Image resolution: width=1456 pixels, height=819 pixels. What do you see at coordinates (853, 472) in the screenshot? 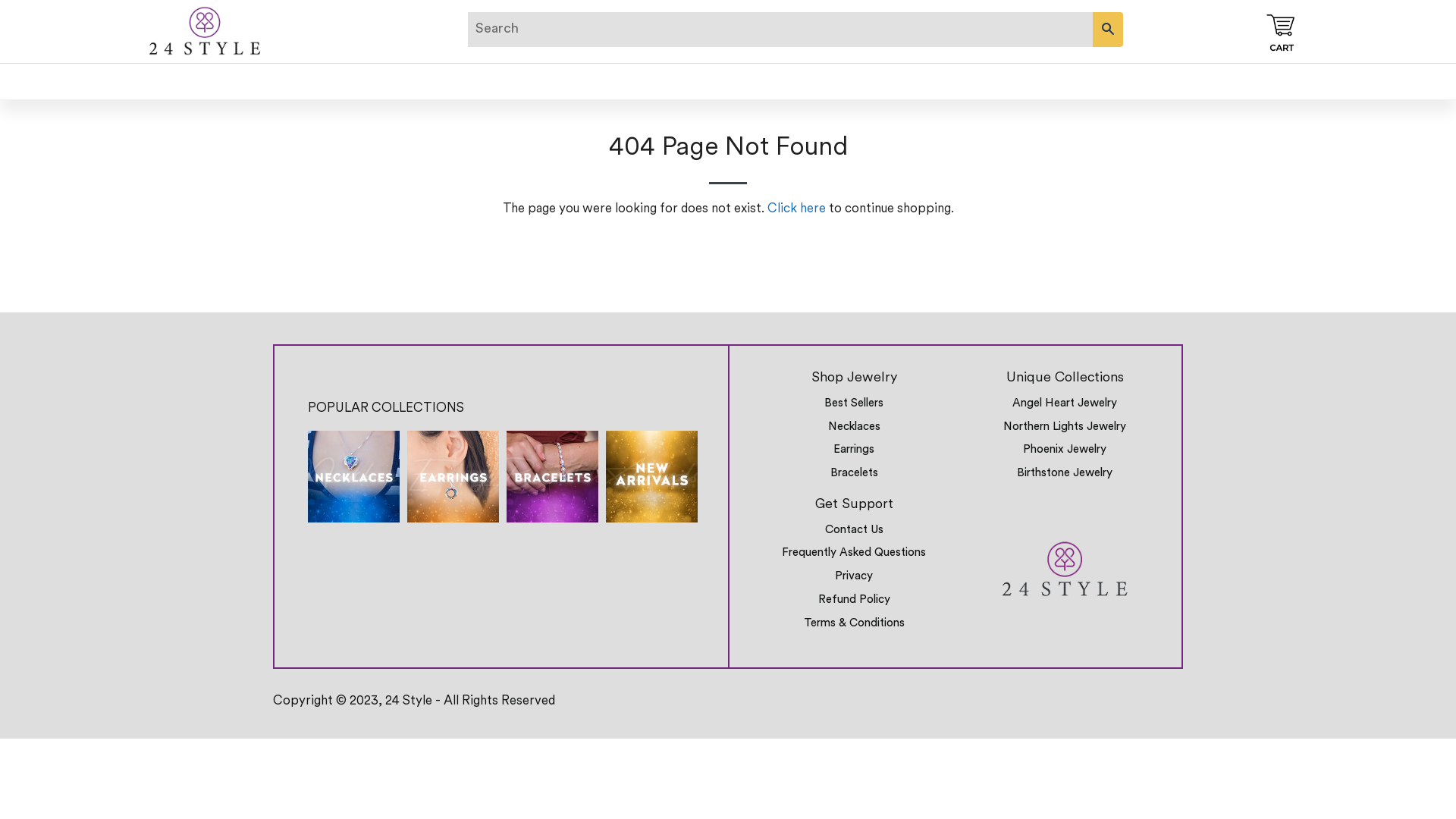
I see `'Bracelets'` at bounding box center [853, 472].